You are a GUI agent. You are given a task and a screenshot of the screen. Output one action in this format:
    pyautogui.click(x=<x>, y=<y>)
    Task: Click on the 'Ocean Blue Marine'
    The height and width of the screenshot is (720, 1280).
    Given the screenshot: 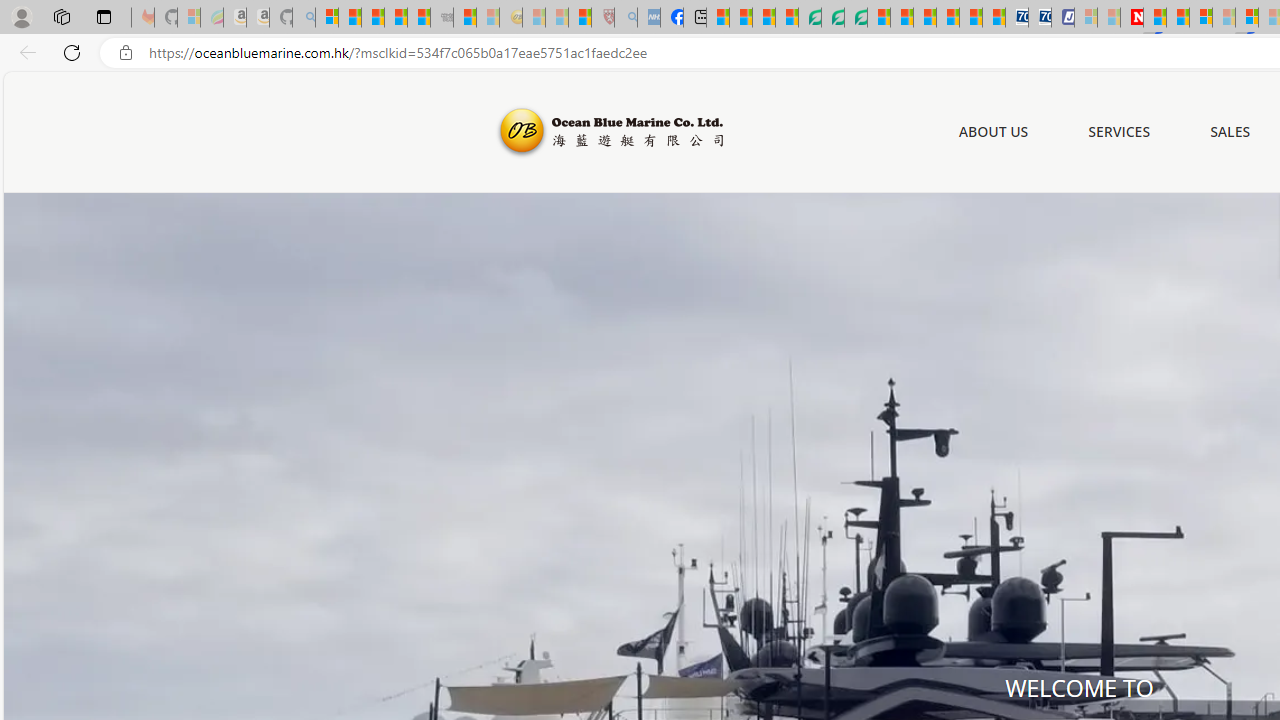 What is the action you would take?
    pyautogui.click(x=607, y=132)
    